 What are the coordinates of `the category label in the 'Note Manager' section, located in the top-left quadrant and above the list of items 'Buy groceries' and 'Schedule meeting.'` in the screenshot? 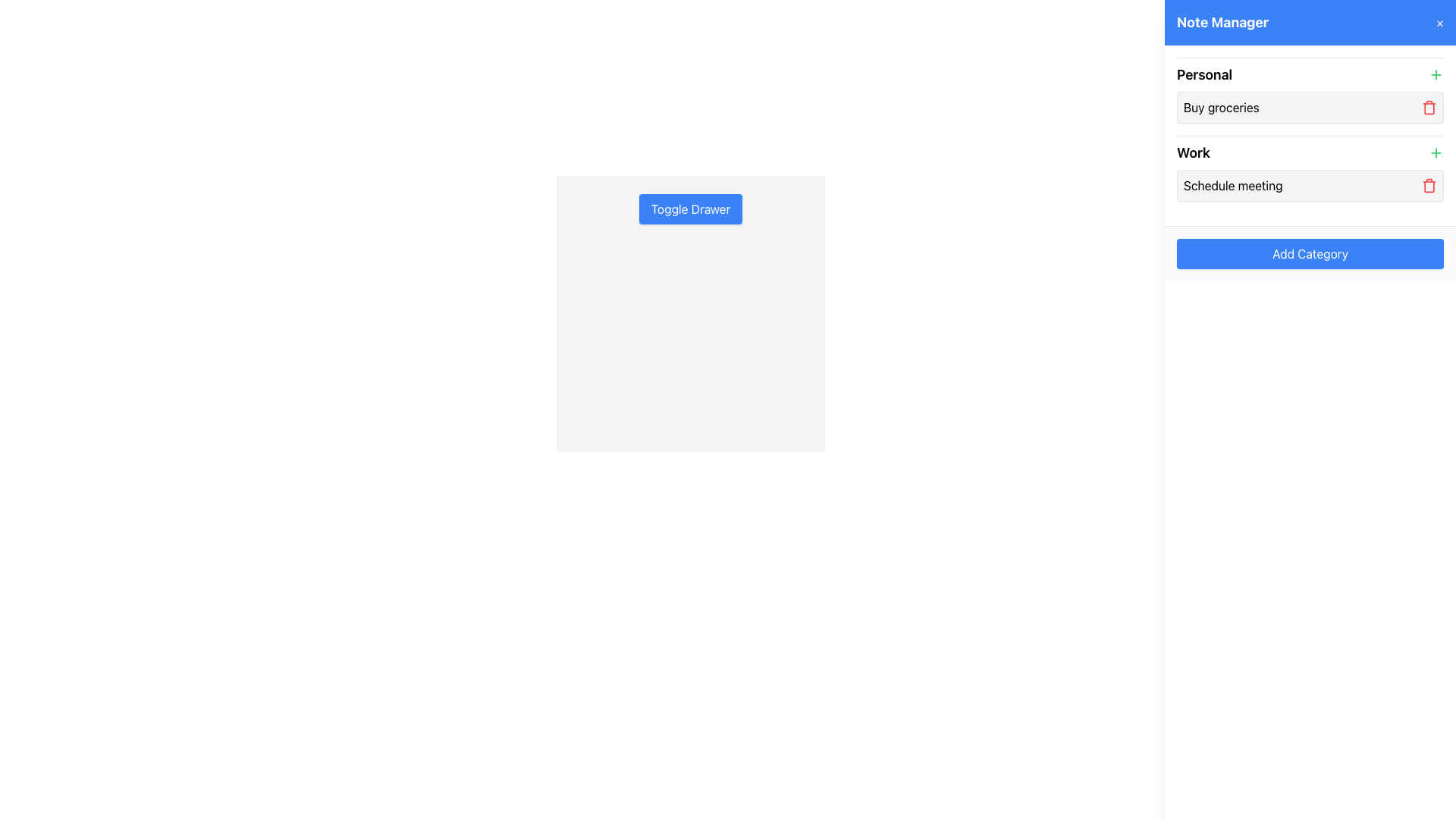 It's located at (1203, 75).